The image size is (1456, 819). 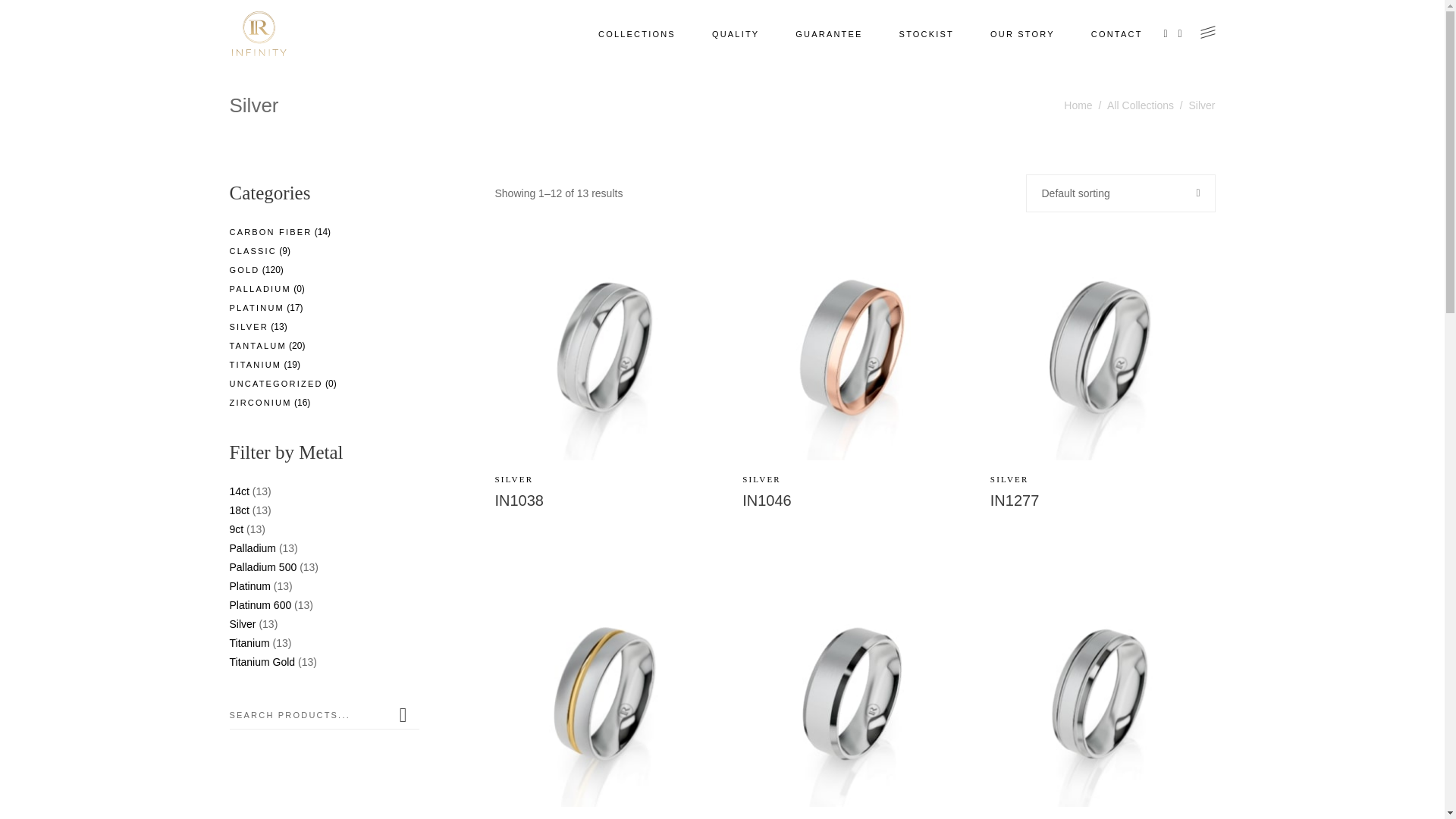 What do you see at coordinates (235, 529) in the screenshot?
I see `'9ct'` at bounding box center [235, 529].